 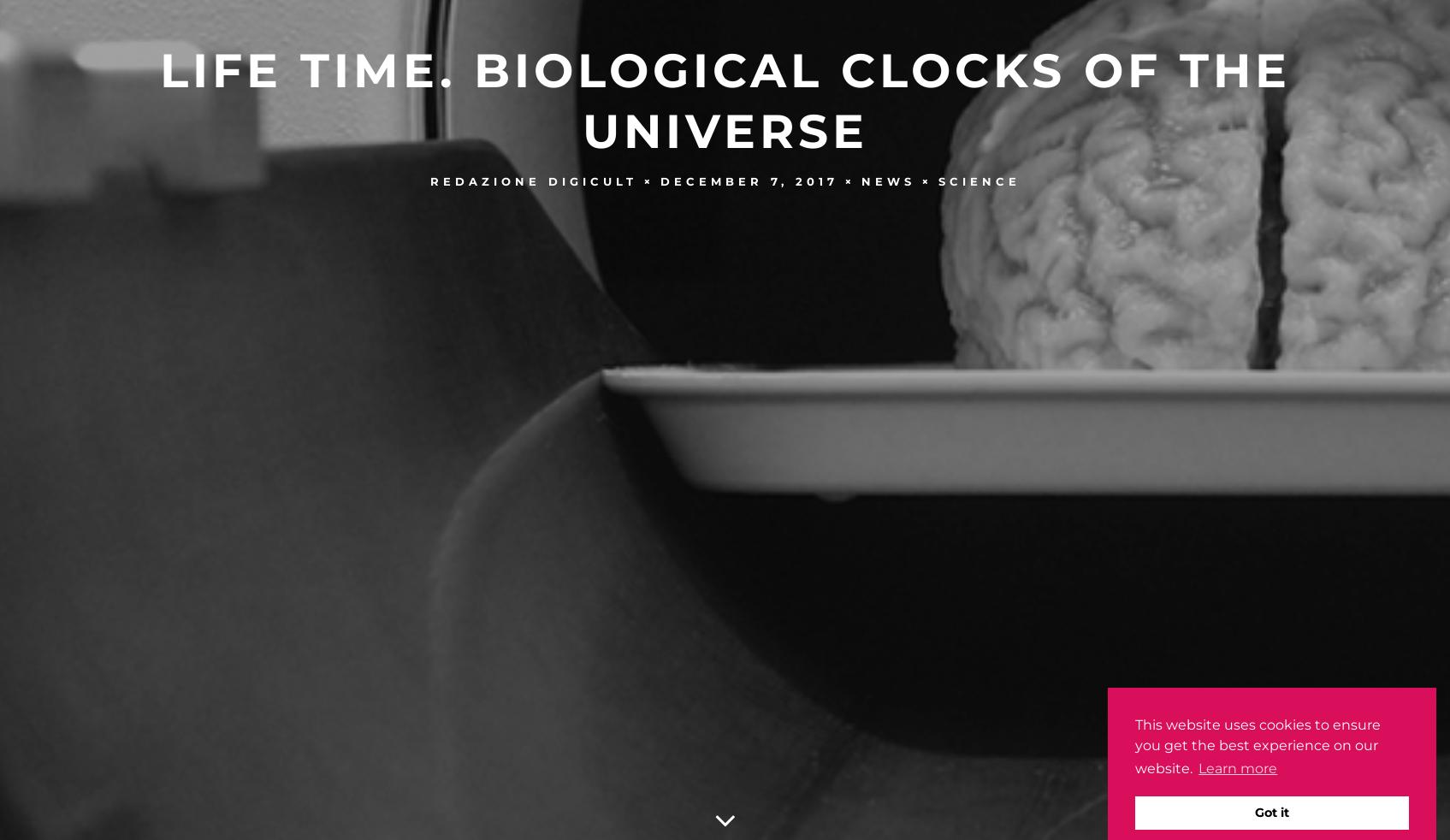 What do you see at coordinates (886, 180) in the screenshot?
I see `'News'` at bounding box center [886, 180].